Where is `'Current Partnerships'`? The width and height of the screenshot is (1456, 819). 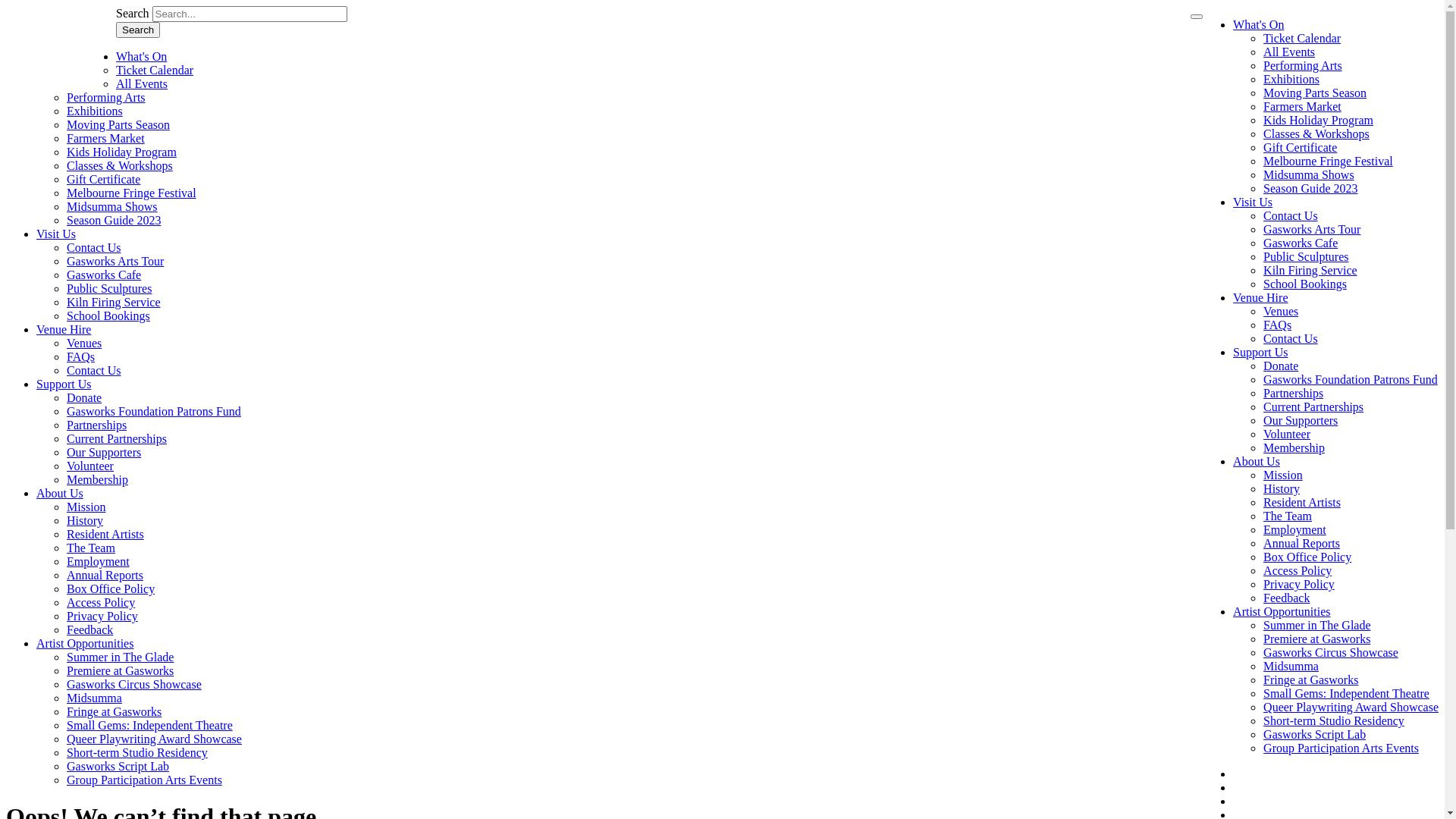 'Current Partnerships' is located at coordinates (1313, 406).